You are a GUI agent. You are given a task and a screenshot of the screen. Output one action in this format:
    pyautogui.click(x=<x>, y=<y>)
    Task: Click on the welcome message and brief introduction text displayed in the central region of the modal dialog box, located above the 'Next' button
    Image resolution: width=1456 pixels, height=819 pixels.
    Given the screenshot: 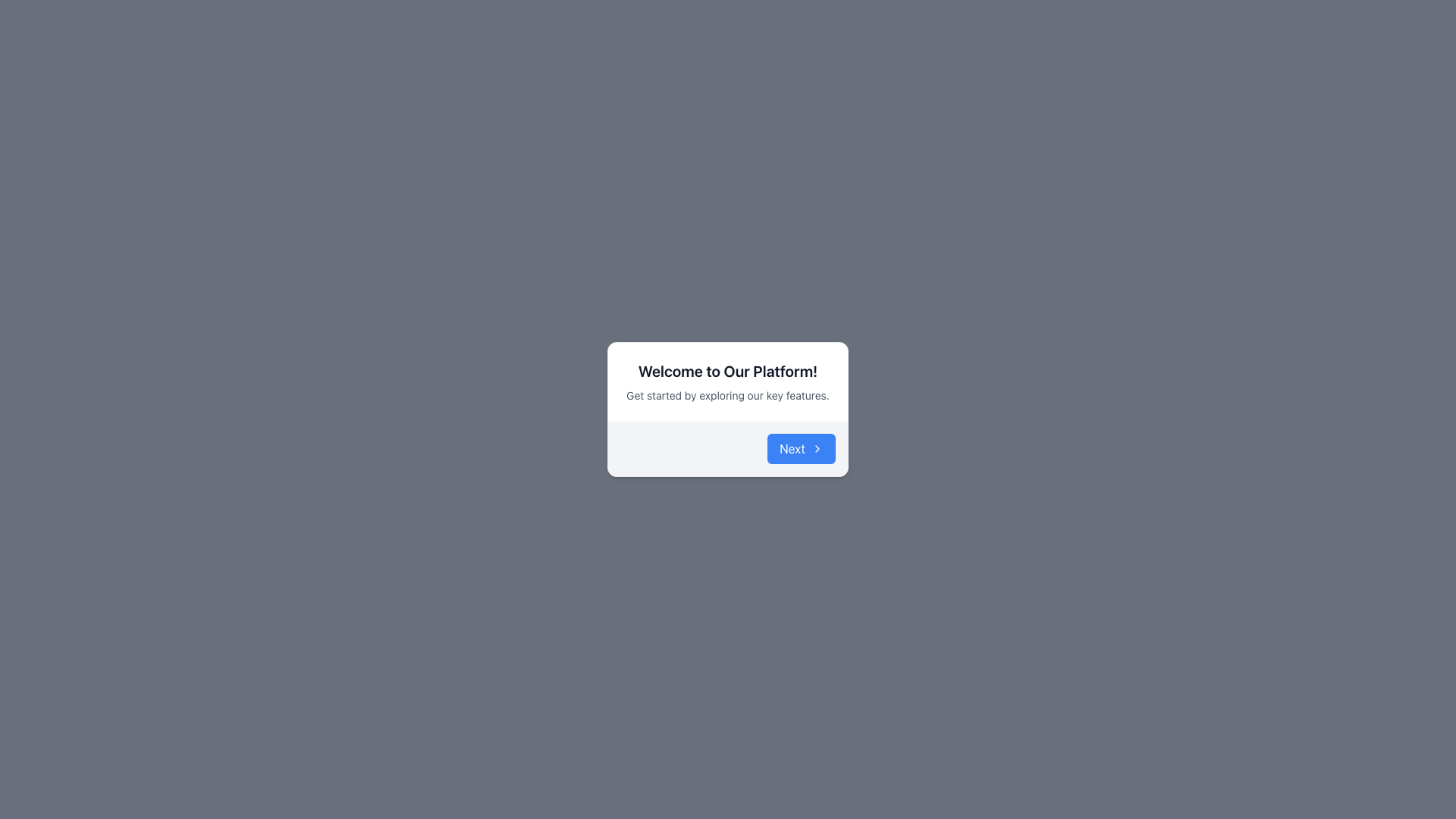 What is the action you would take?
    pyautogui.click(x=728, y=381)
    